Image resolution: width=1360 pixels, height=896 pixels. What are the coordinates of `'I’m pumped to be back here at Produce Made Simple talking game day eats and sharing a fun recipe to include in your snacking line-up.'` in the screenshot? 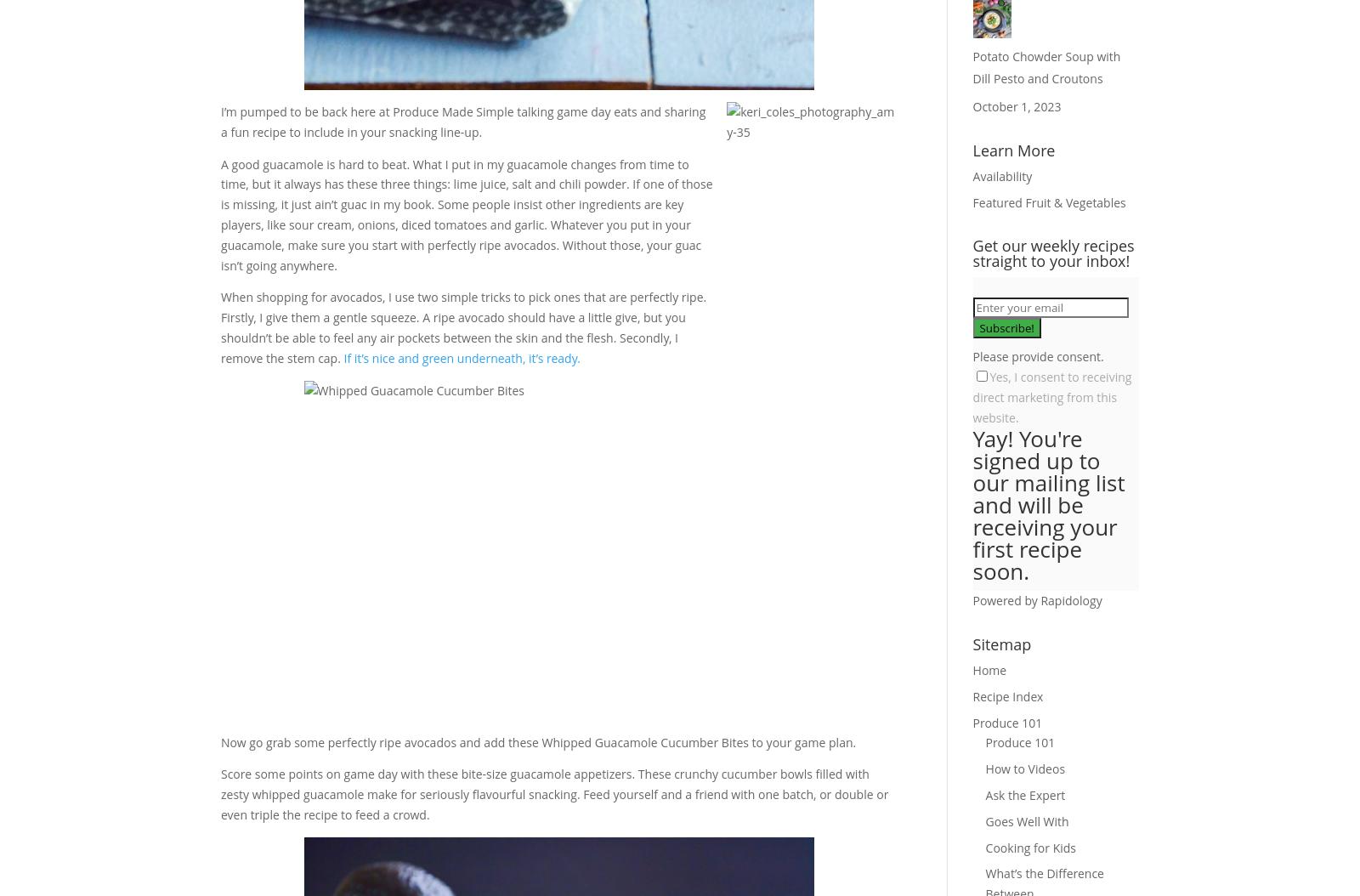 It's located at (462, 122).